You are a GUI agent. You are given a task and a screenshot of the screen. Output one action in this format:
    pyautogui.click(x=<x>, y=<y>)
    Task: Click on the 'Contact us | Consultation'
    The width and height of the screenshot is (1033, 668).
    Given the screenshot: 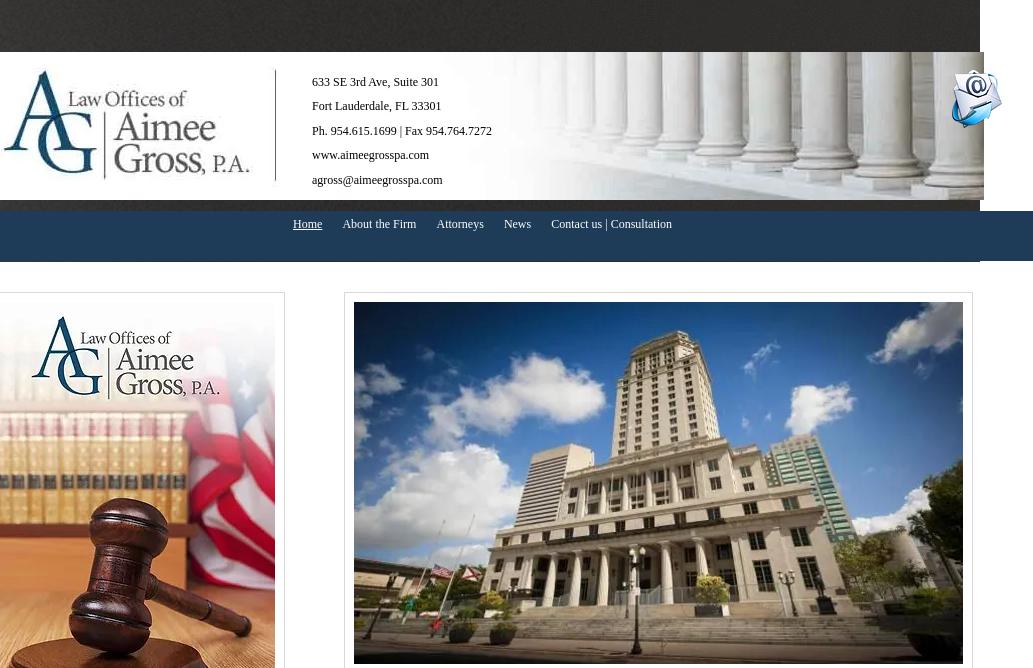 What is the action you would take?
    pyautogui.click(x=610, y=223)
    